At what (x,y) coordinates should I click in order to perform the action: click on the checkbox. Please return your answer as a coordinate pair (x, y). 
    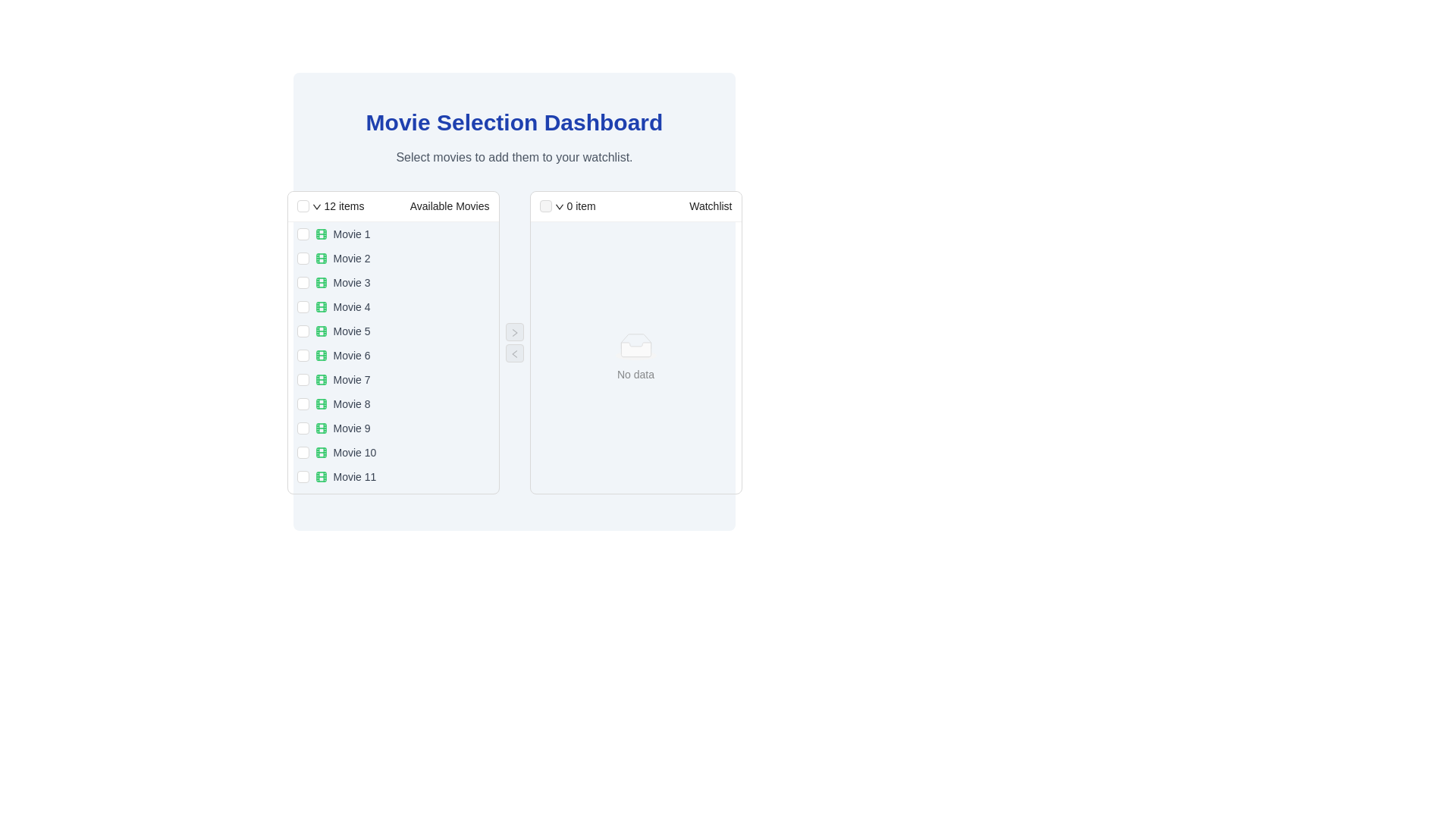
    Looking at the image, I should click on (303, 234).